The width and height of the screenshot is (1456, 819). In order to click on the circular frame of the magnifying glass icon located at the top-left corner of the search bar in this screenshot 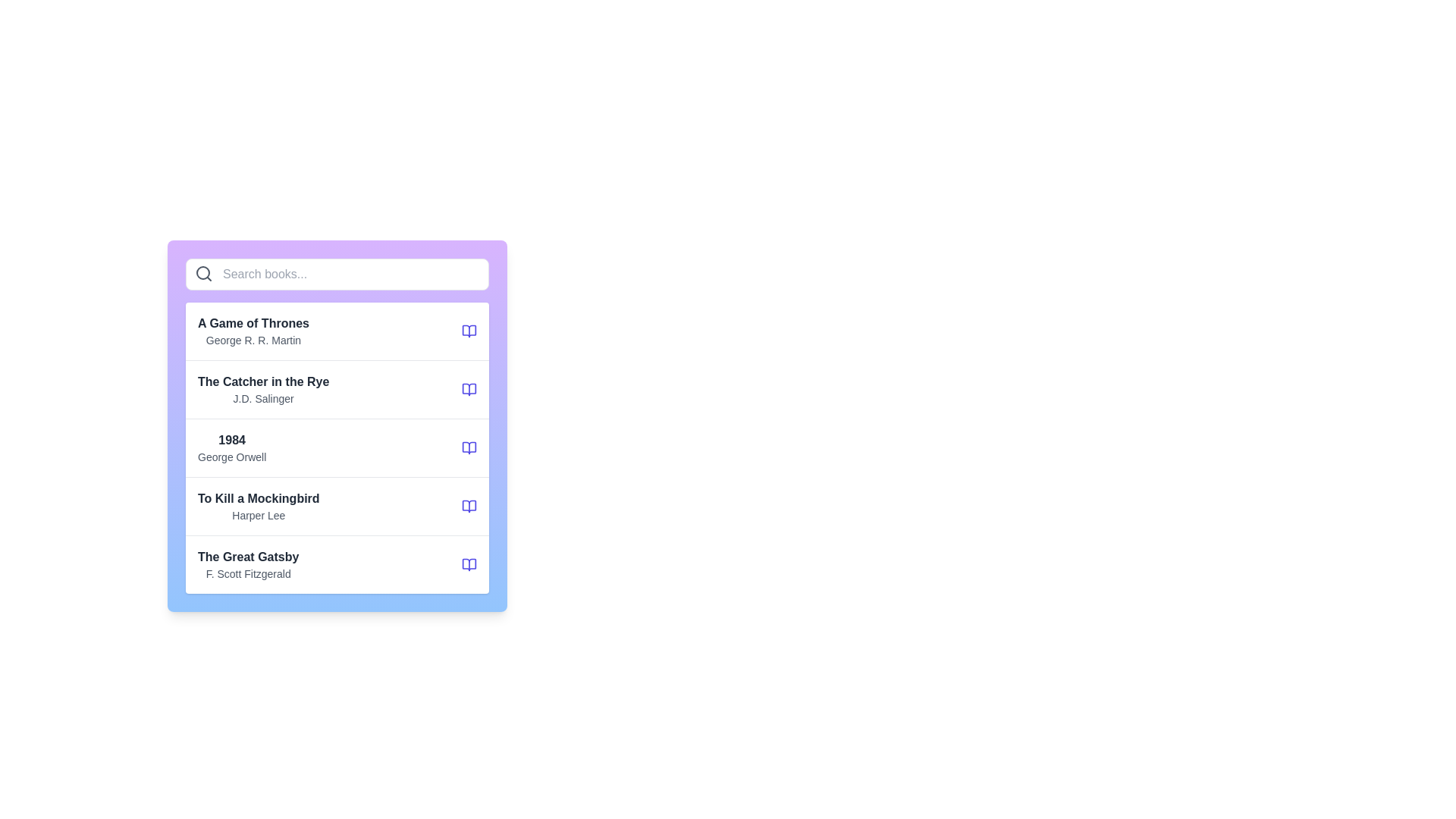, I will do `click(202, 271)`.